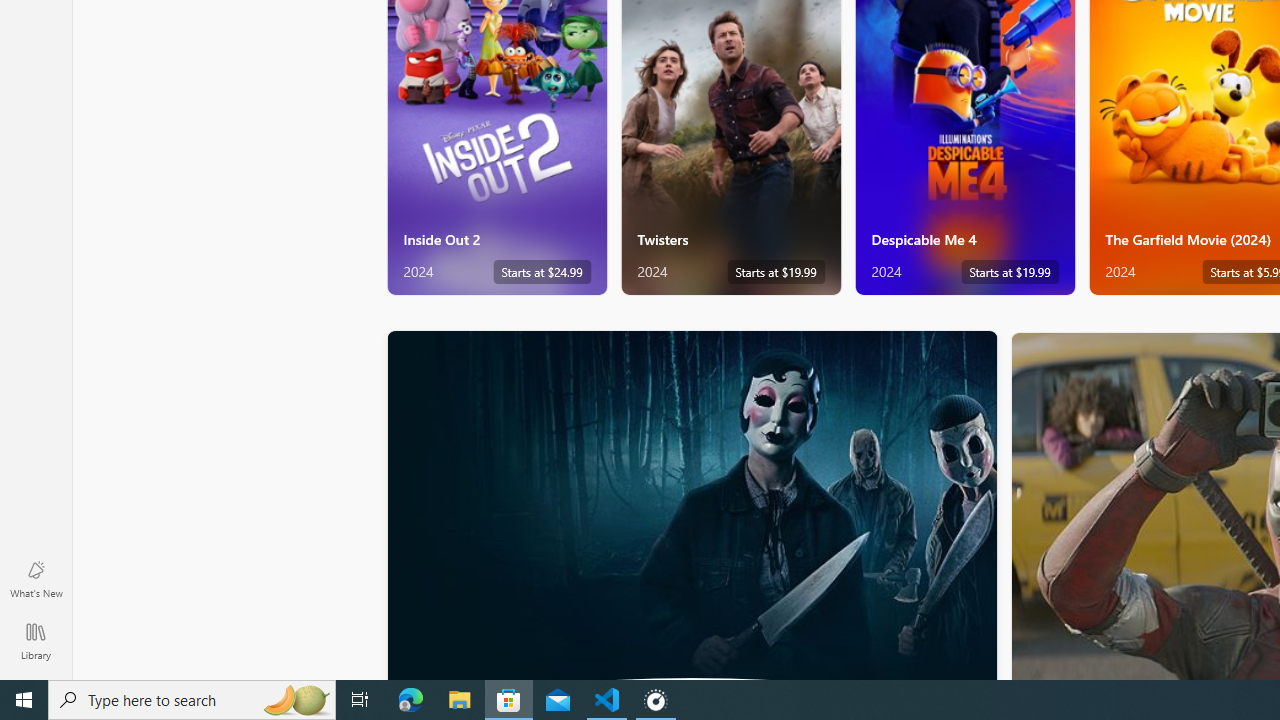 The height and width of the screenshot is (720, 1280). I want to click on 'Horror', so click(692, 503).